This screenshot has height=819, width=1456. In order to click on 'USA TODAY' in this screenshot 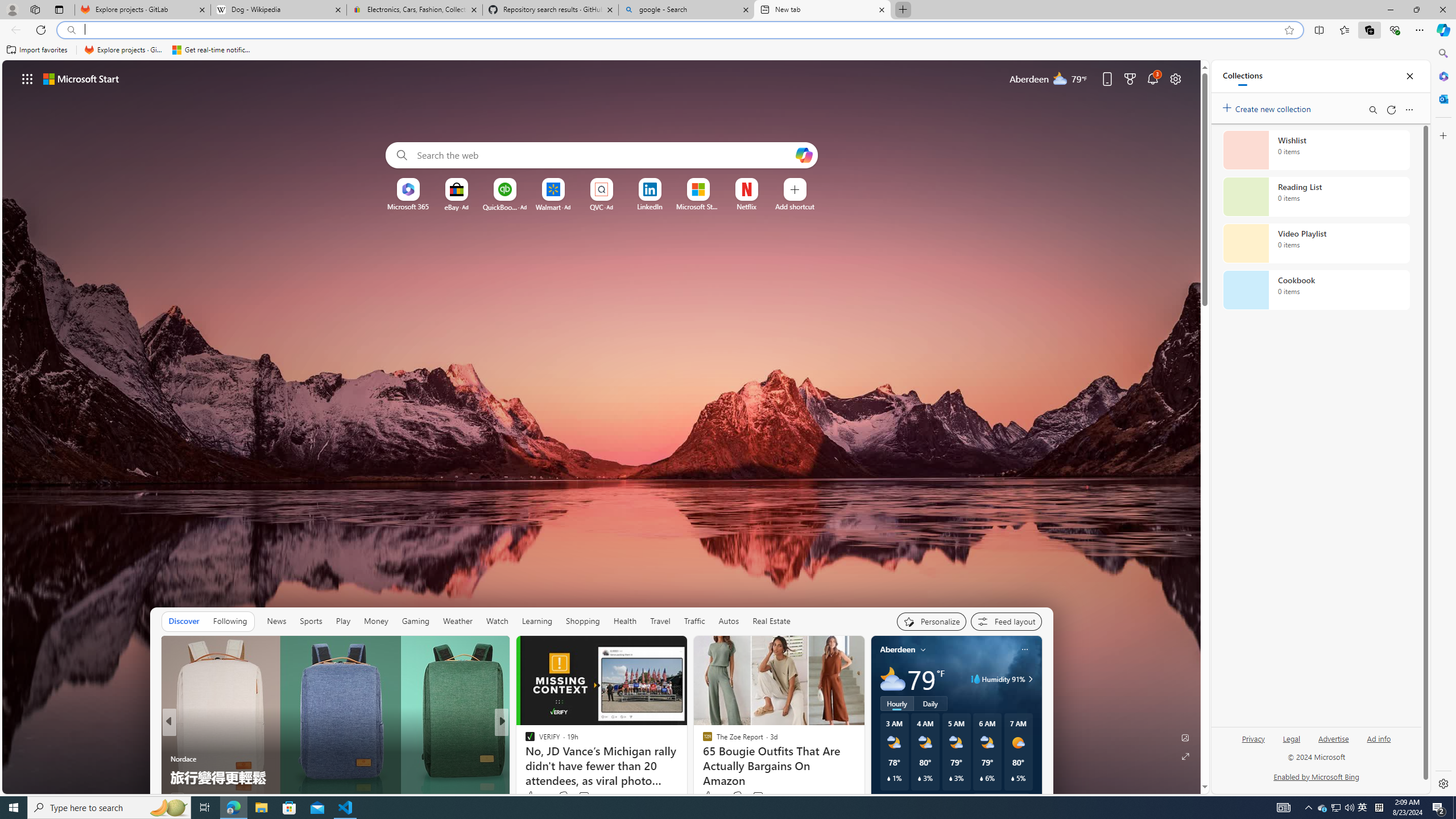, I will do `click(524, 741)`.